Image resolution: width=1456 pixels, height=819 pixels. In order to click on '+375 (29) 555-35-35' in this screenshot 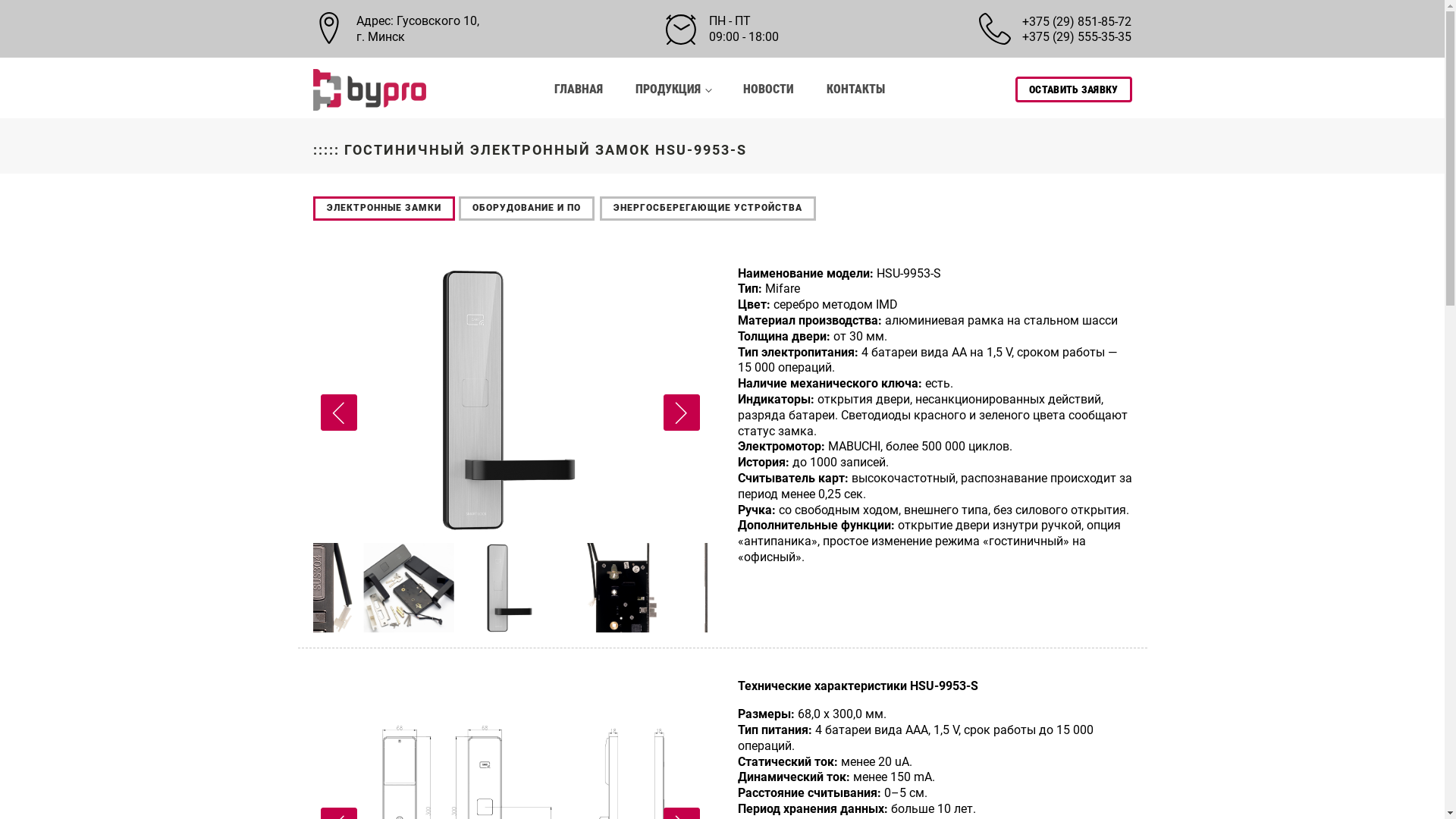, I will do `click(1076, 36)`.